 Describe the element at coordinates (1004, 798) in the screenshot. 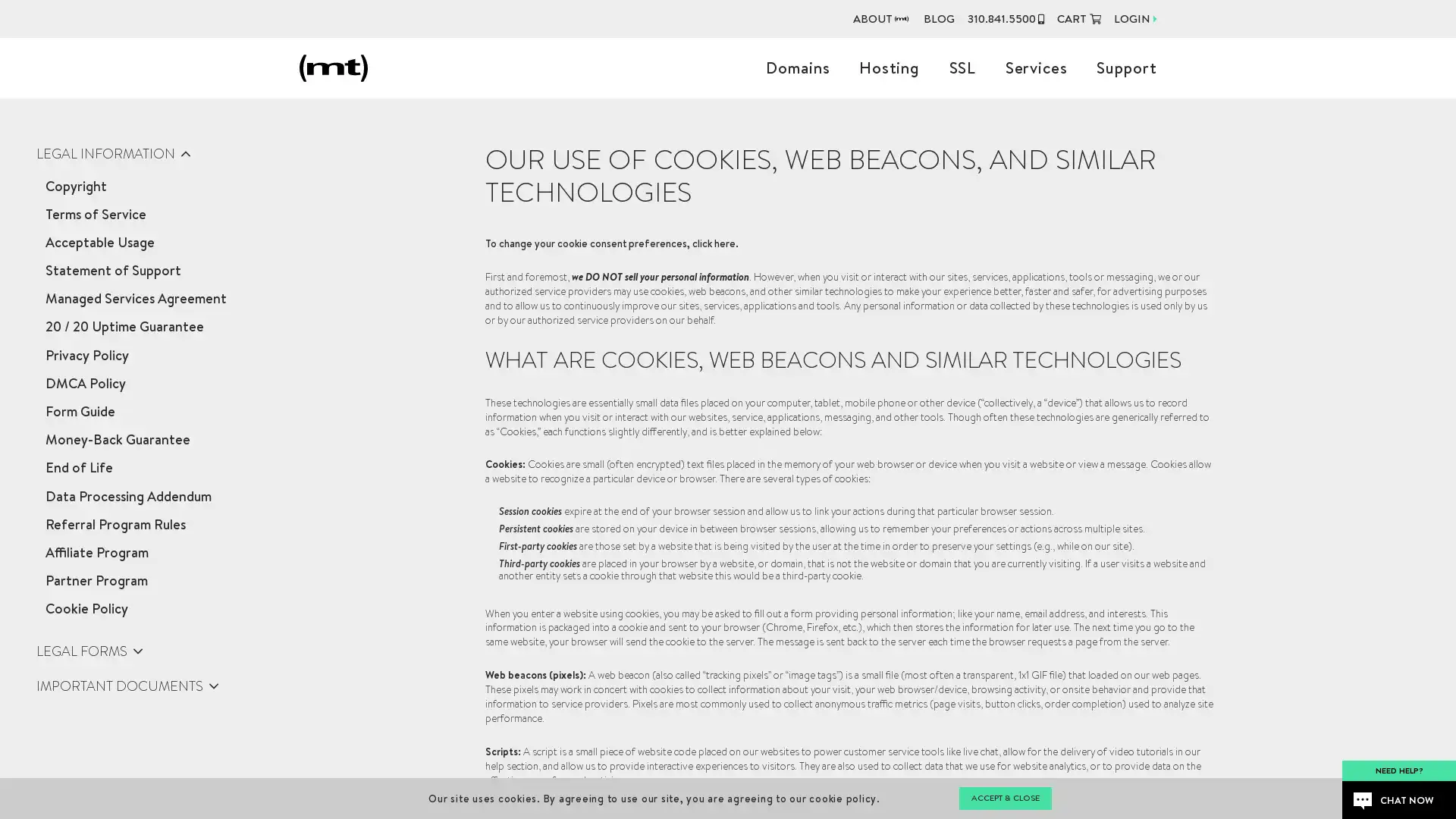

I see `ACCEPT & CLOSE` at that location.